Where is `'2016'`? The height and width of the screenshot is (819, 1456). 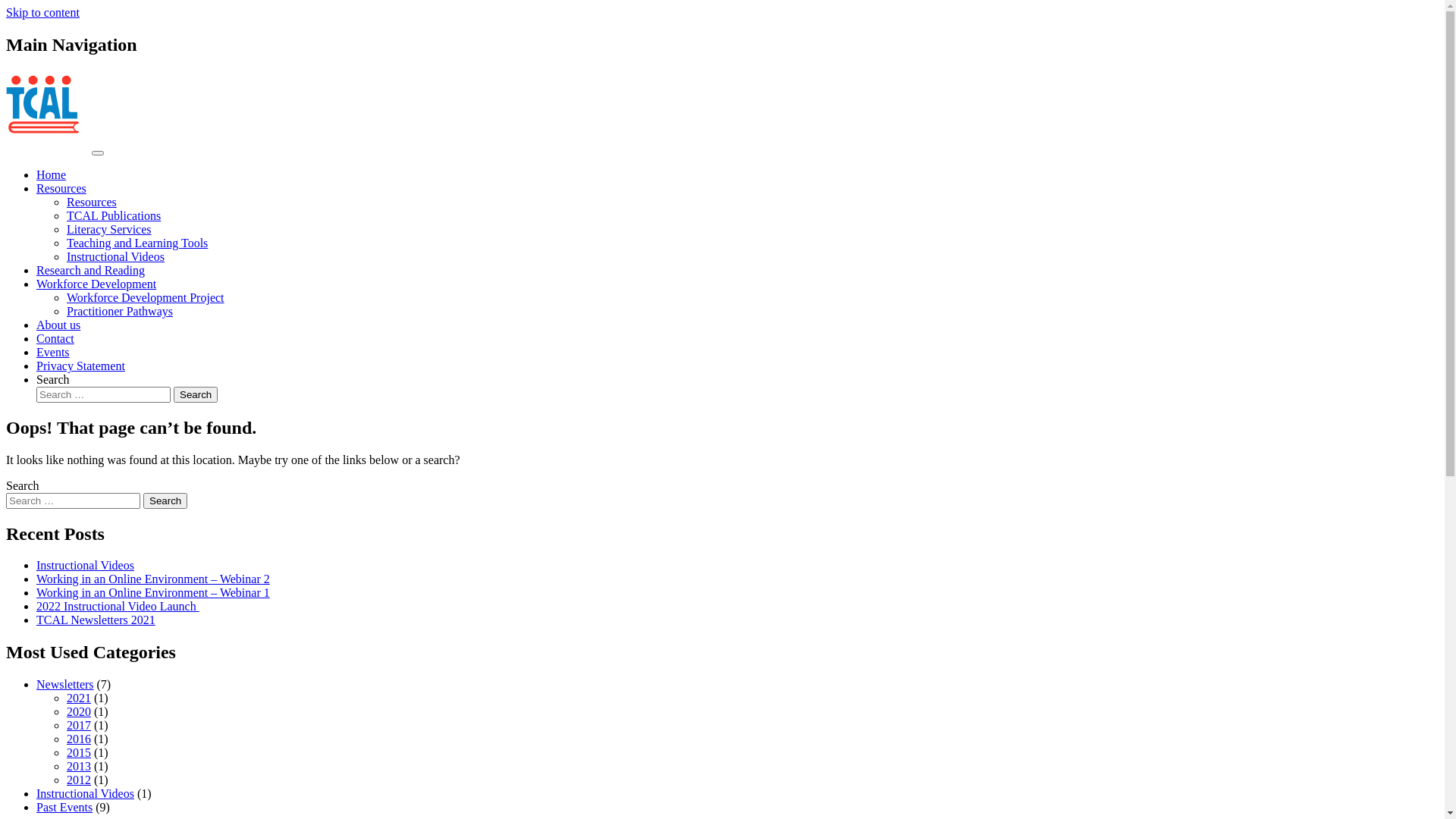 '2016' is located at coordinates (78, 738).